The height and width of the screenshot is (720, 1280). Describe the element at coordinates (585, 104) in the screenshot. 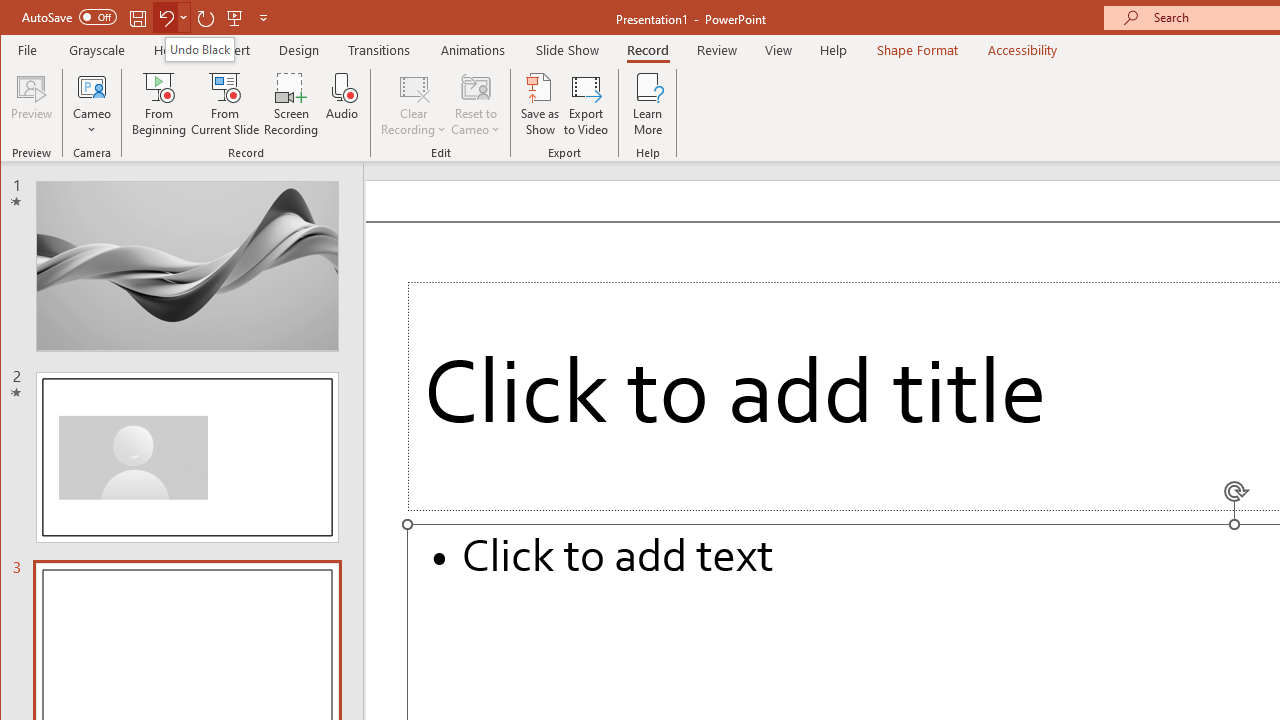

I see `'Export to Video'` at that location.